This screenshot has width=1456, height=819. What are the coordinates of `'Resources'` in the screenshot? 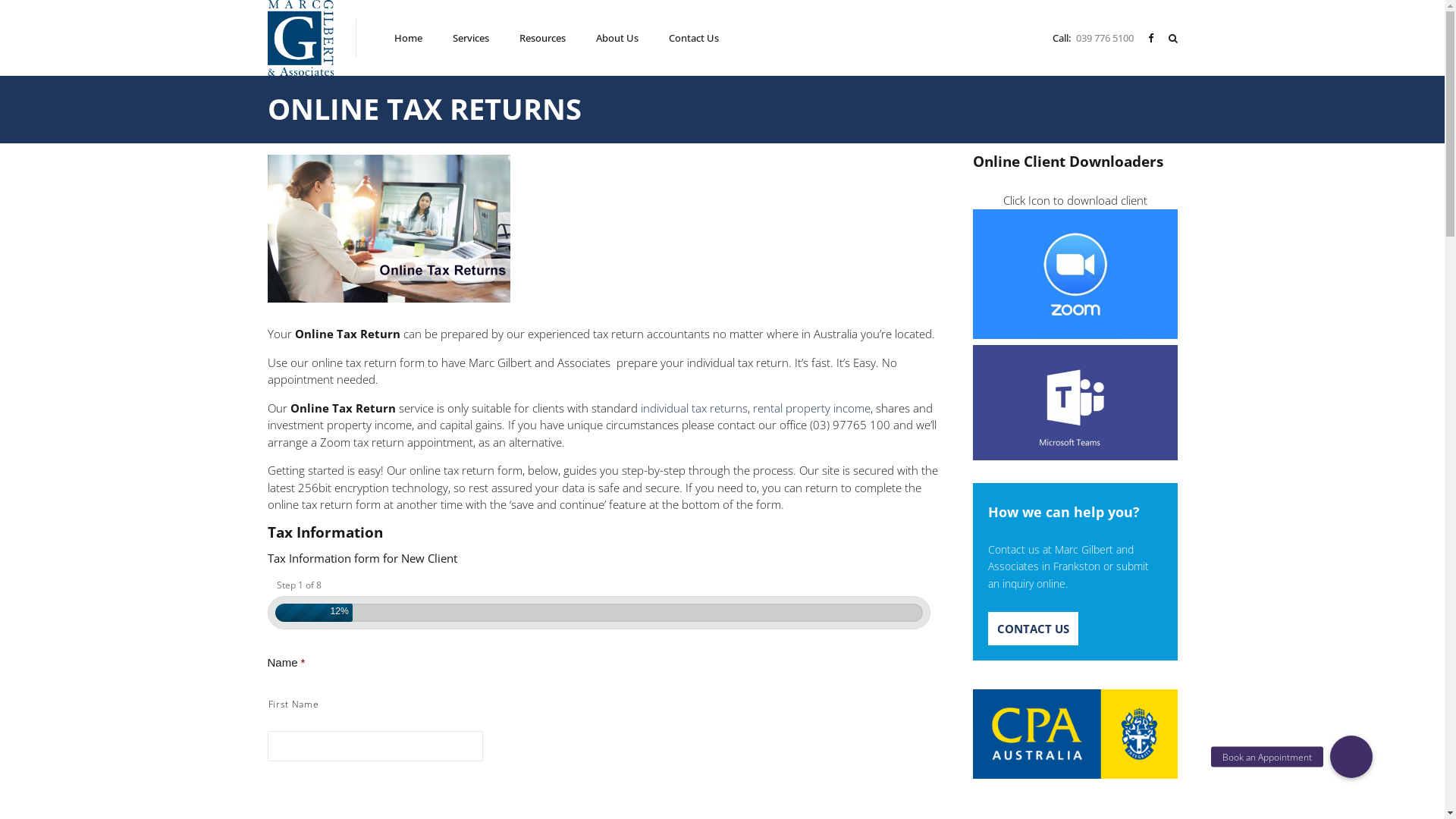 It's located at (542, 37).